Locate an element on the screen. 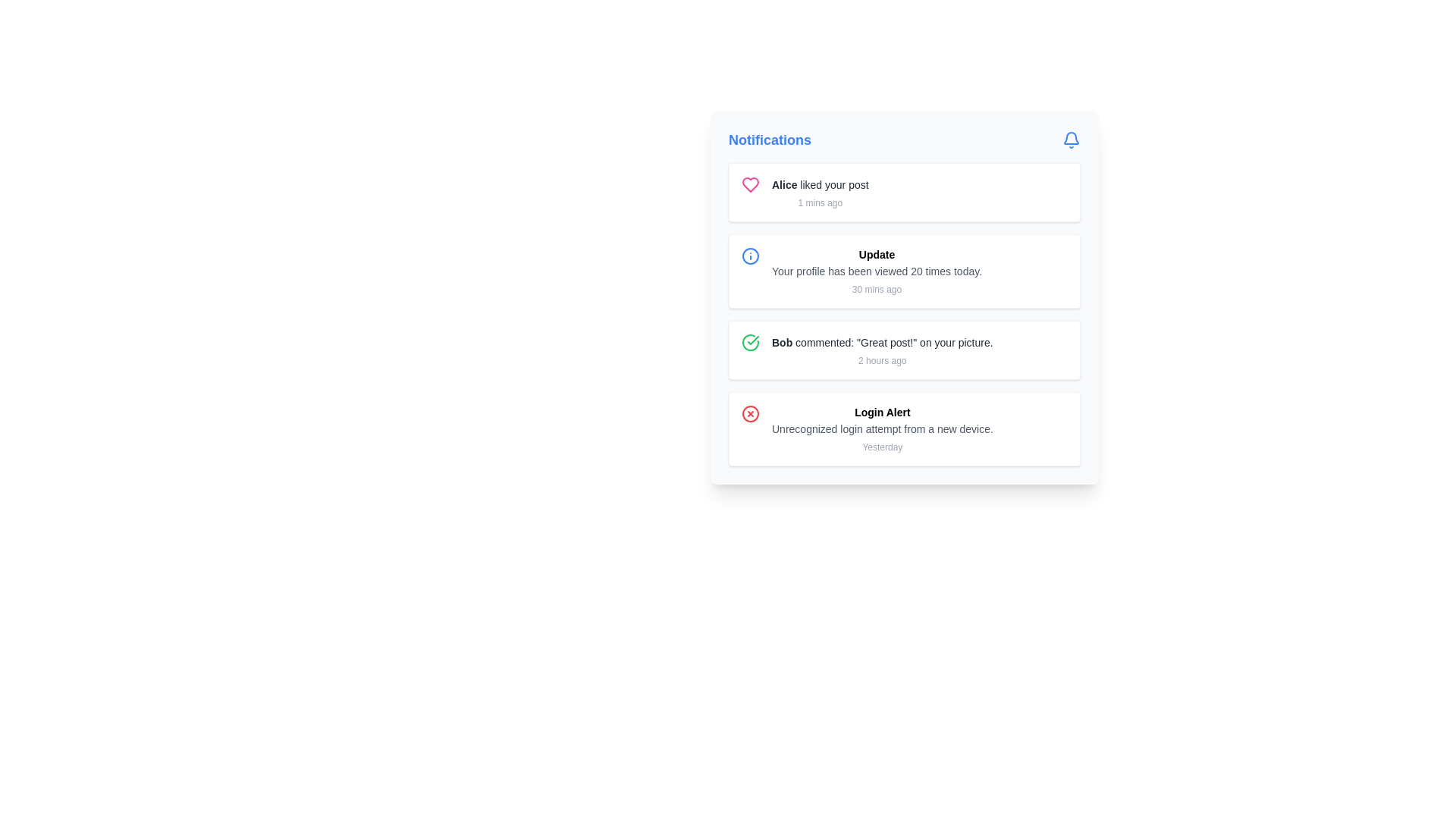 The height and width of the screenshot is (819, 1456). the SVG Circle that serves as an informational badge within the second notification card, located to the left of the text 'Update' and 'Your profile has been viewed 20 times today.' is located at coordinates (750, 256).